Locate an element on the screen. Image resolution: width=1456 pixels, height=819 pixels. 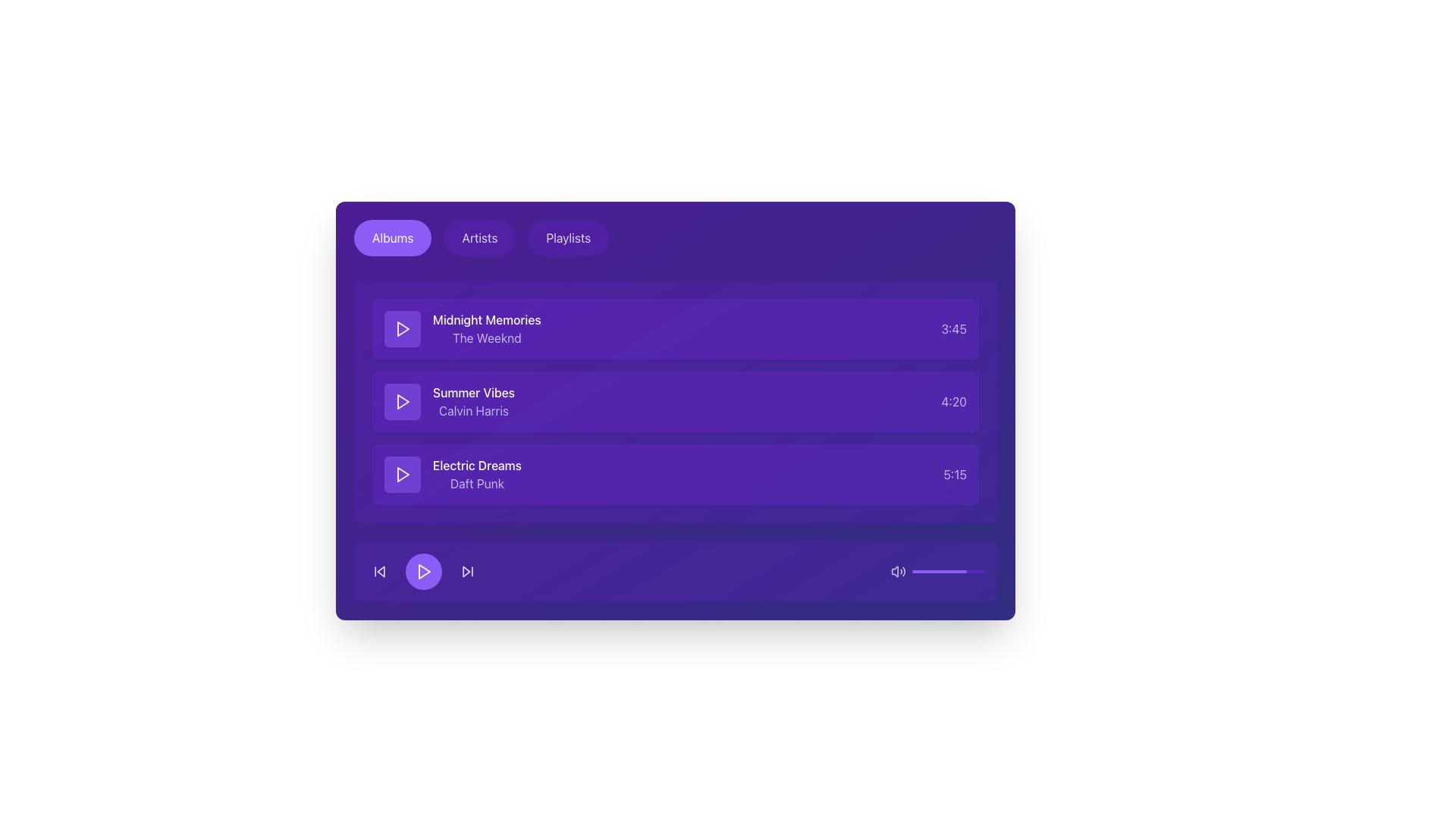
the second item in the song list that reads 'Summer Vibes' by Calvin Harris, styled with vibrant violet hues and rounded corners is located at coordinates (675, 400).